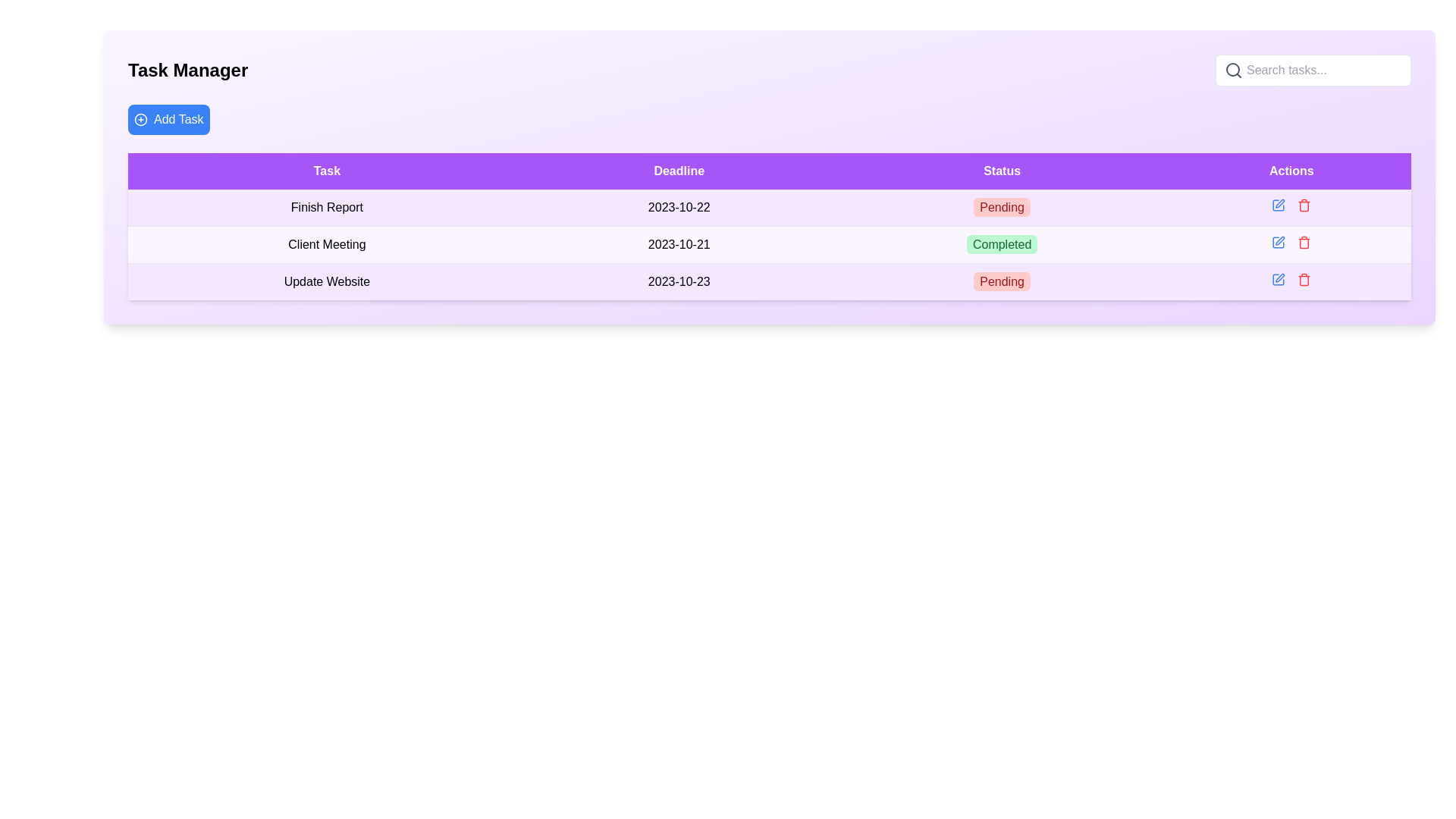 The image size is (1456, 819). I want to click on the trash bin icon in the Actions column of the third row to initiate the delete action, so click(1304, 243).